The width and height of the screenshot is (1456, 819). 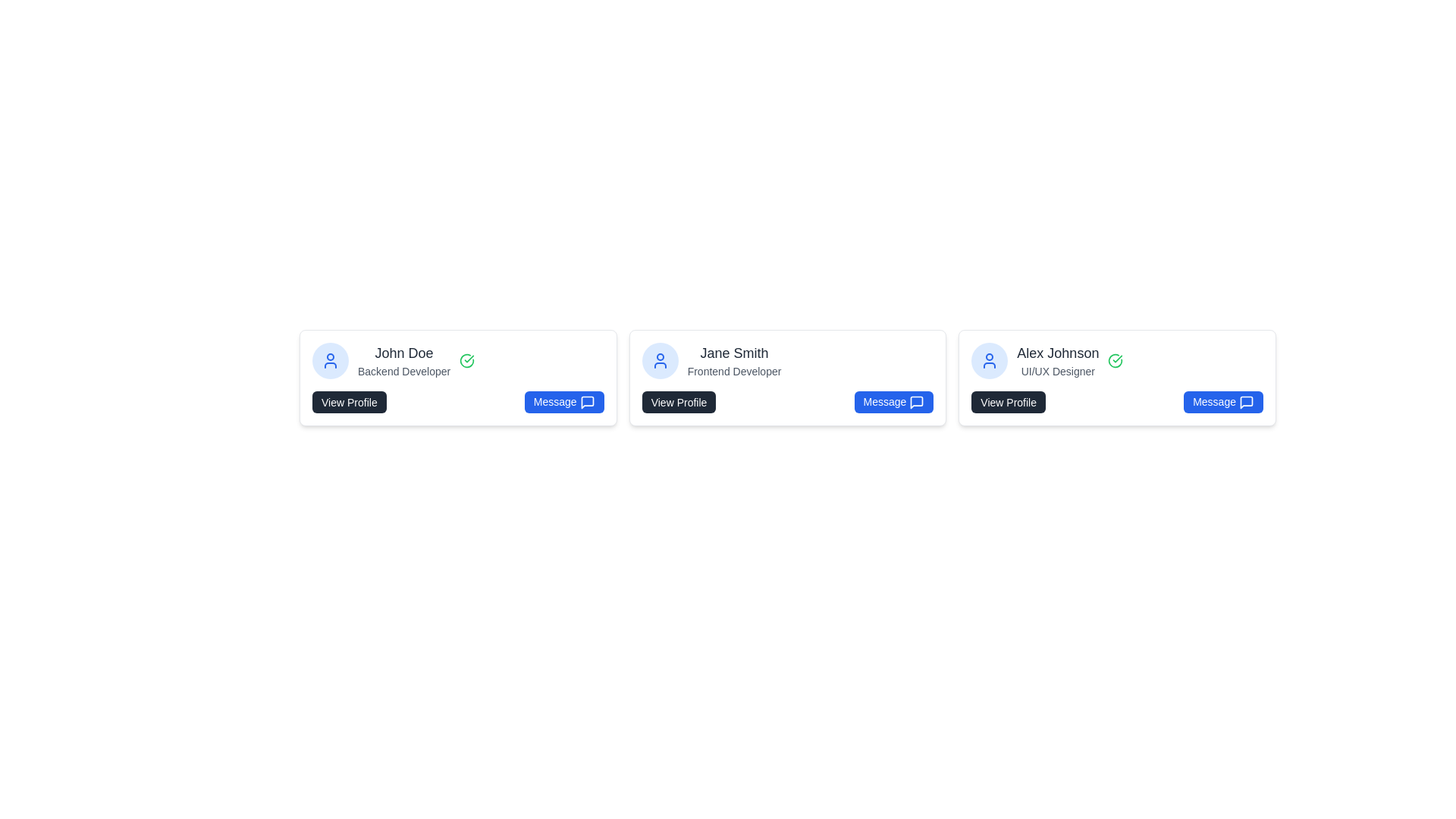 I want to click on information displayed in the text label 'Frontend Developer' which is styled in gray and located below the 'Jane Smith' label, so click(x=734, y=371).